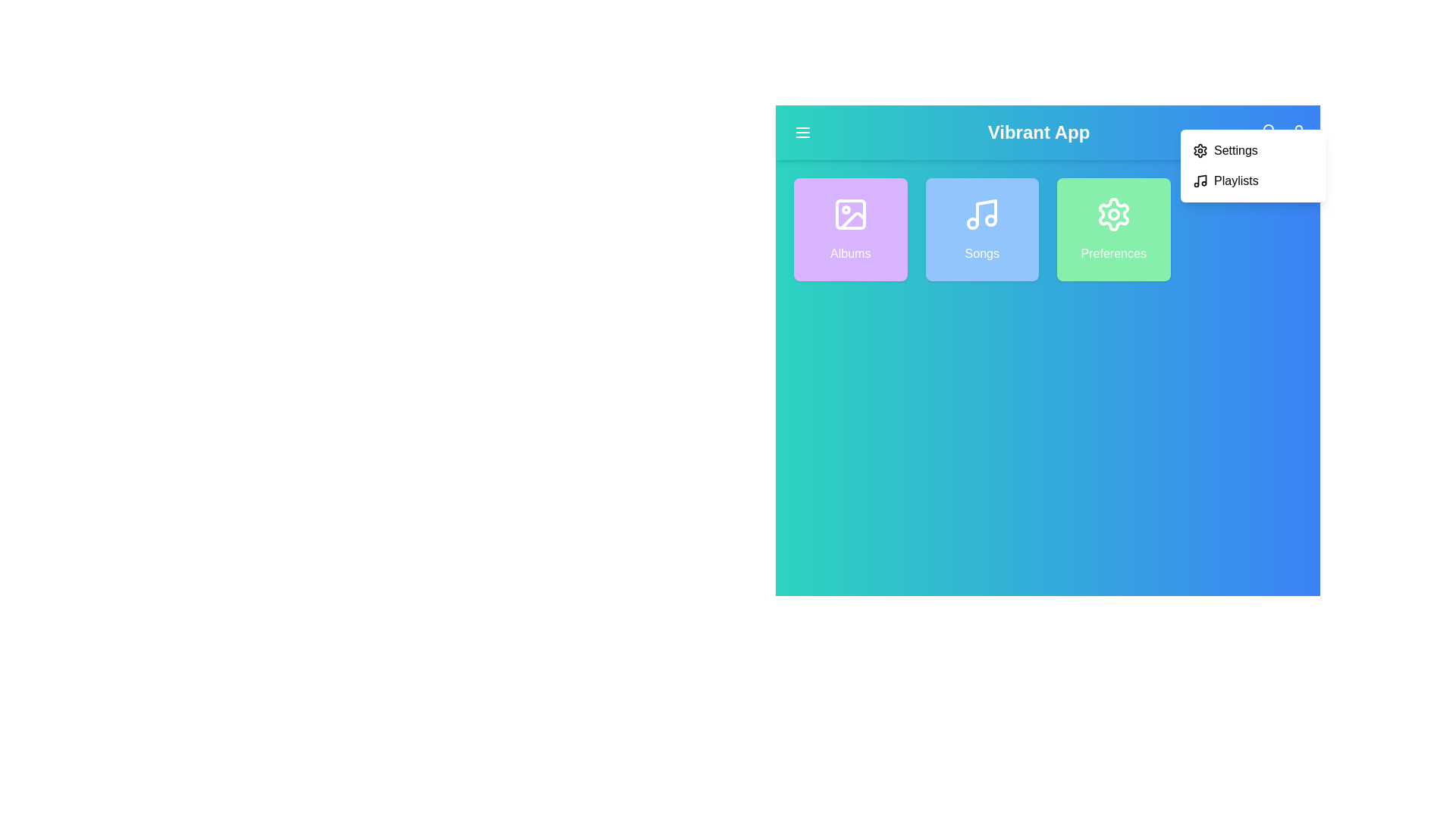 This screenshot has height=819, width=1456. What do you see at coordinates (1253, 151) in the screenshot?
I see `the 'Settings' option in the dropdown menu` at bounding box center [1253, 151].